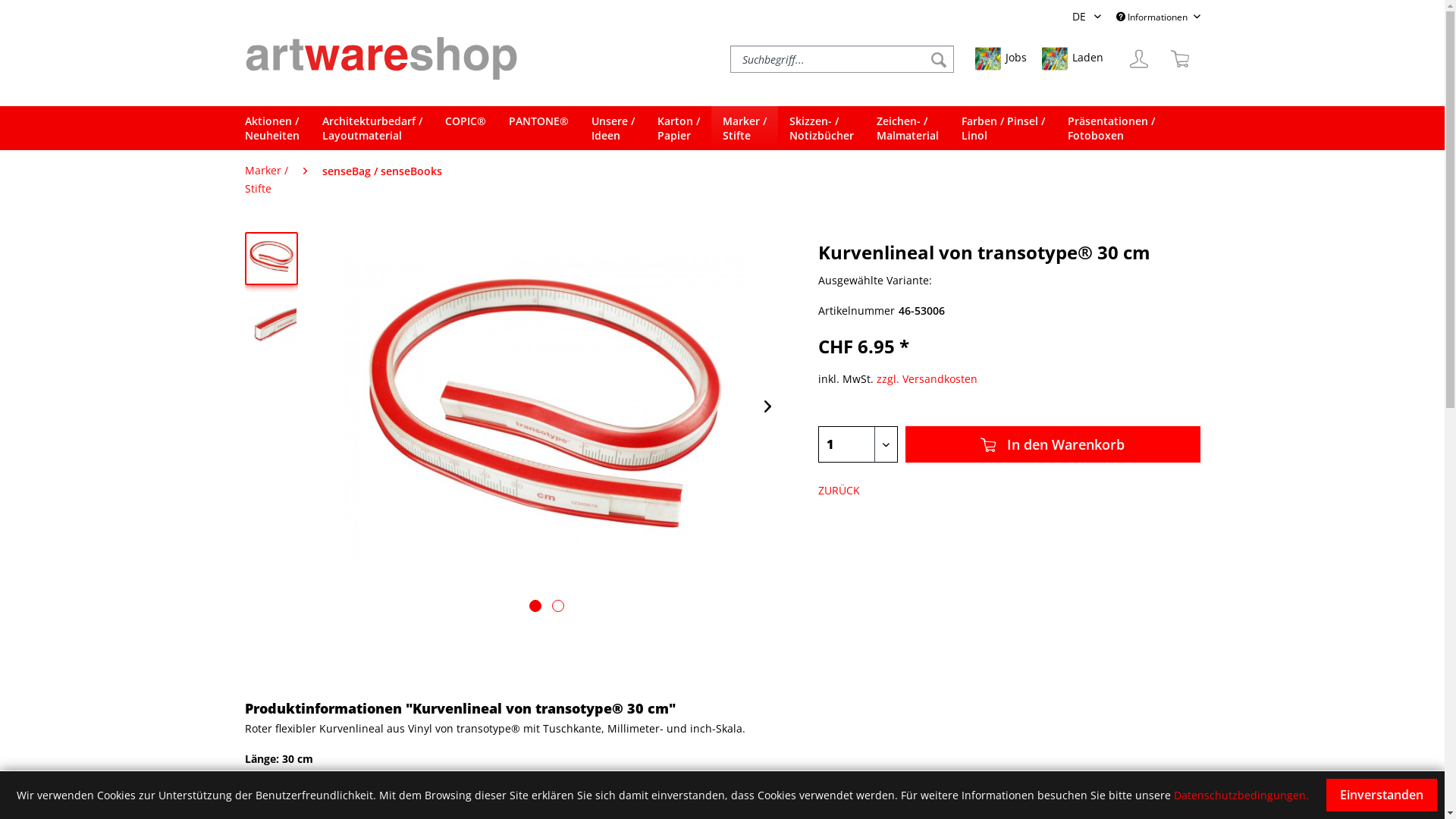 The width and height of the screenshot is (1456, 819). I want to click on 'Laden', so click(1072, 58).